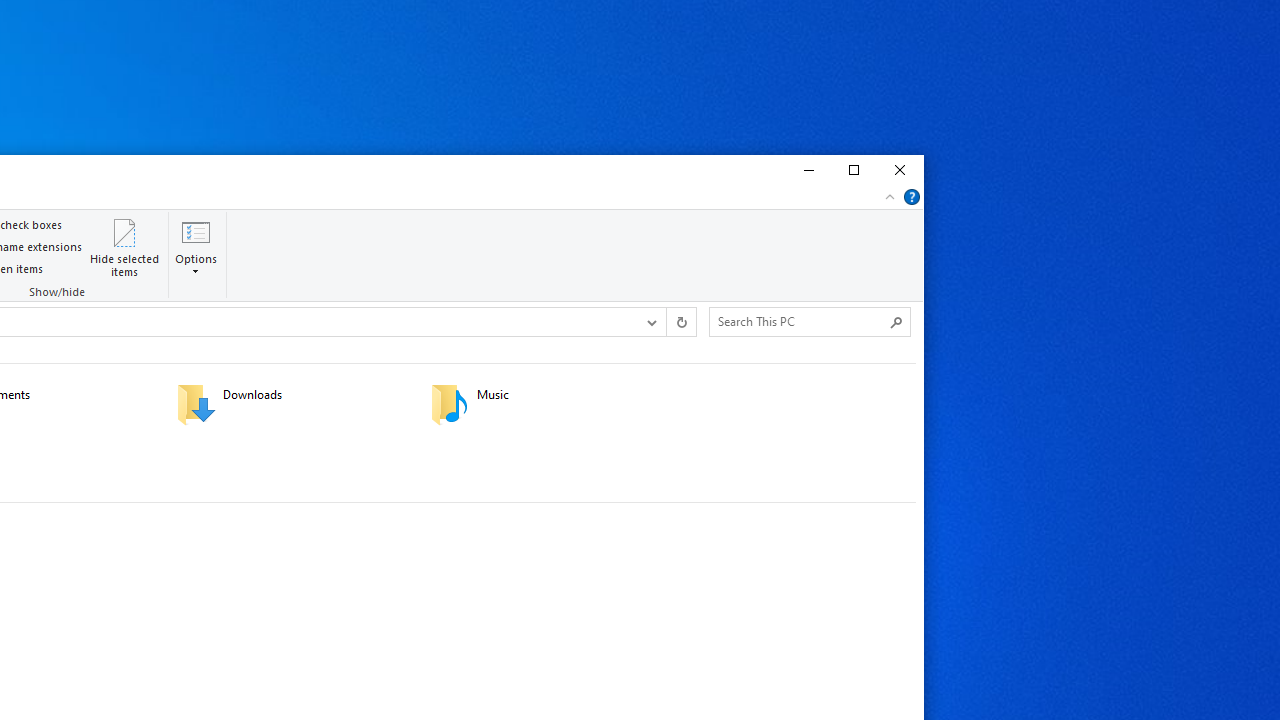 The image size is (1280, 720). Describe the element at coordinates (800, 320) in the screenshot. I see `'Search Box'` at that location.